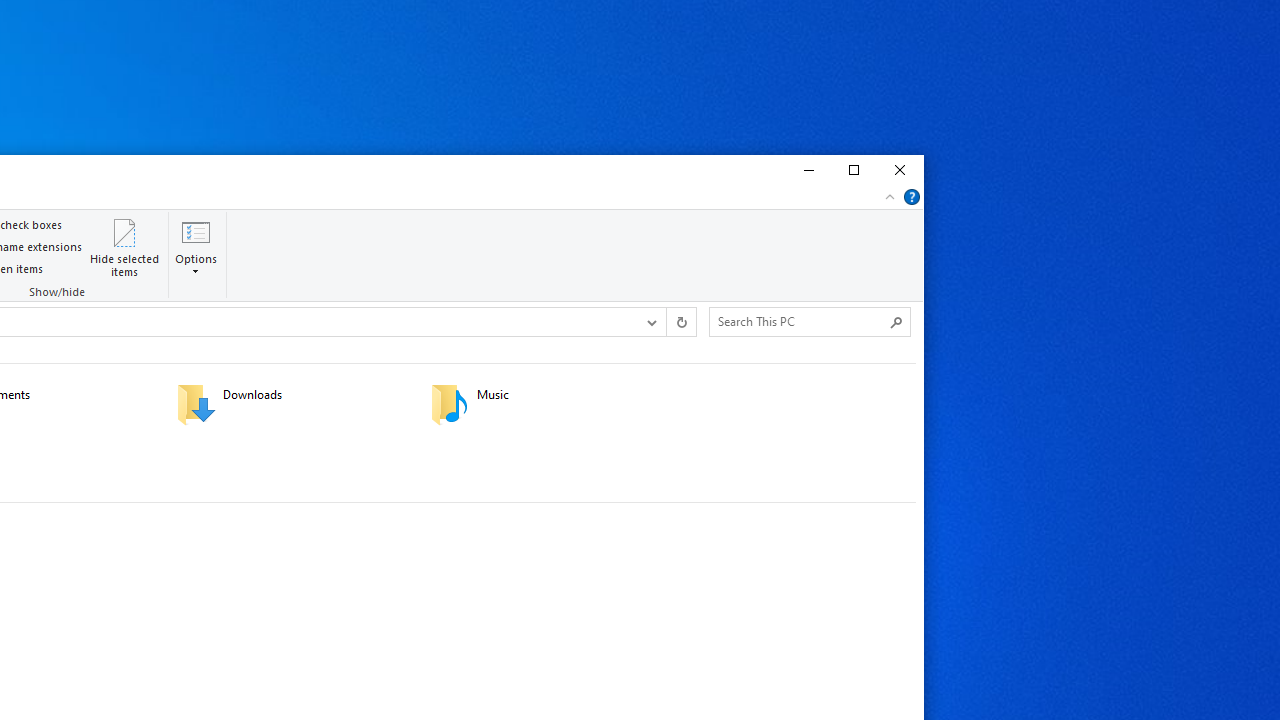 The image size is (1280, 720). Describe the element at coordinates (800, 320) in the screenshot. I see `'Search Box'` at that location.